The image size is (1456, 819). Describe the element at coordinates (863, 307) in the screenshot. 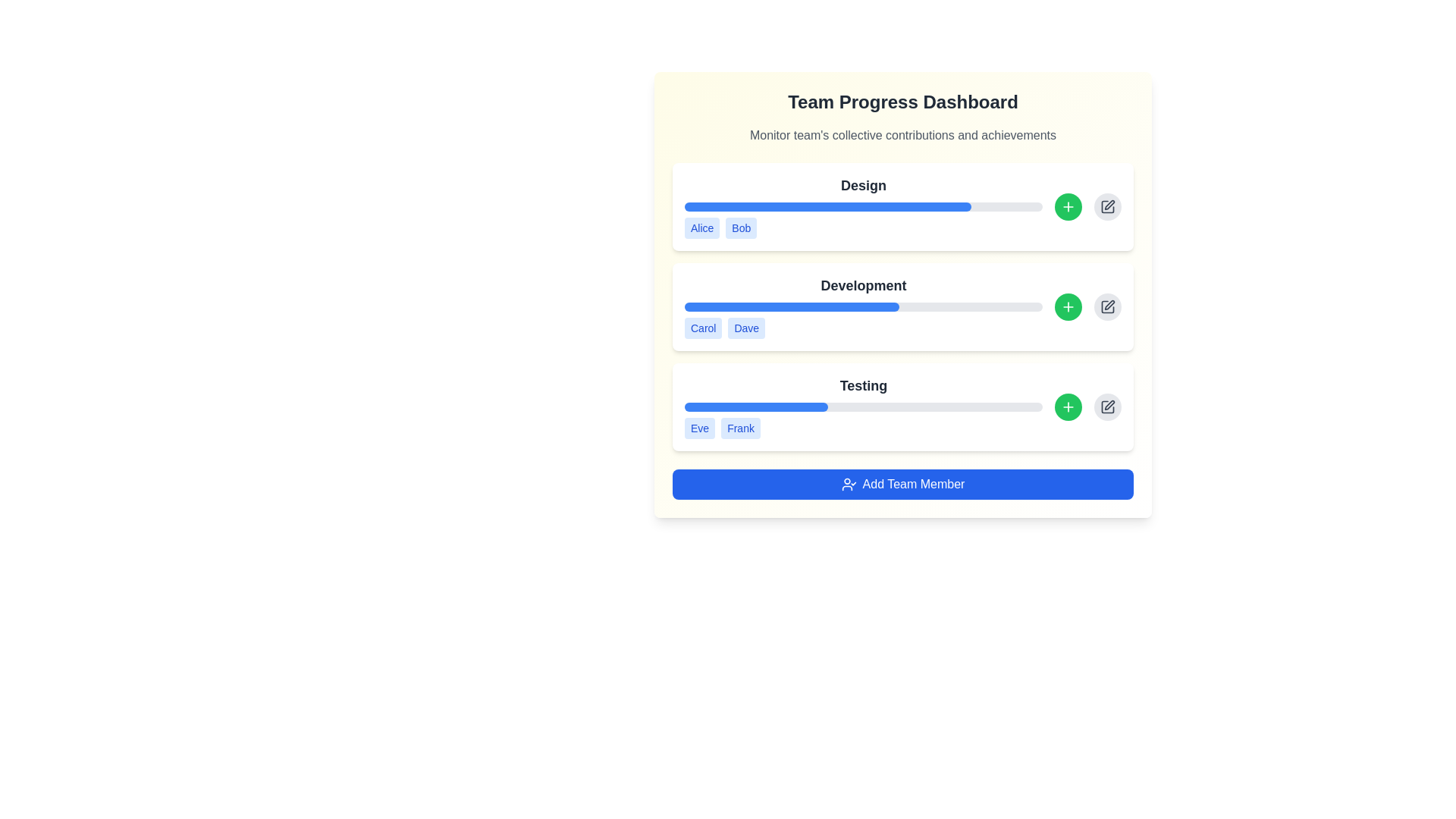

I see `the names 'Carol' and 'Dave' located below the progress bar in the 'Development' section` at that location.